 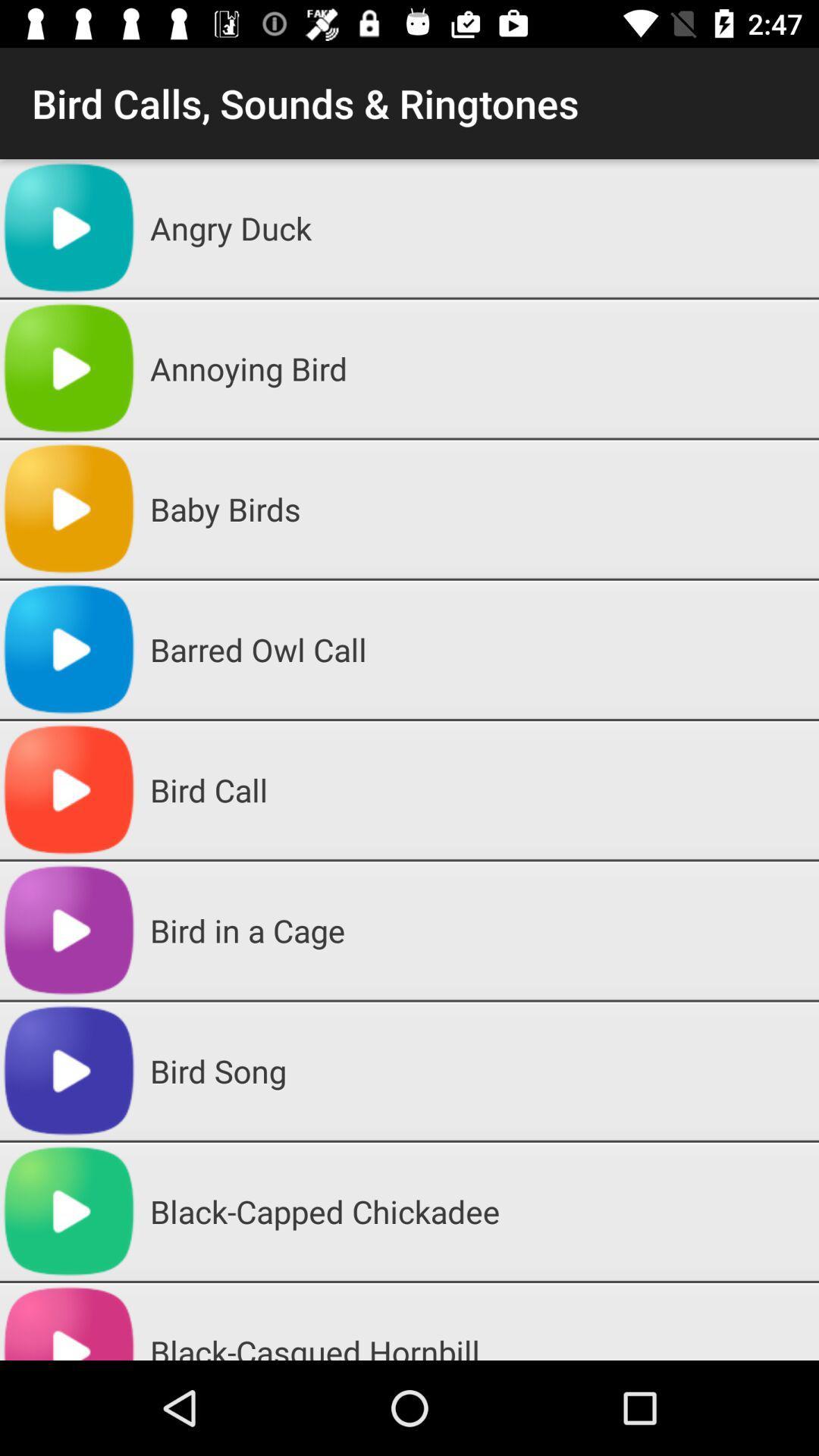 What do you see at coordinates (479, 1210) in the screenshot?
I see `black-capped chickadee app` at bounding box center [479, 1210].